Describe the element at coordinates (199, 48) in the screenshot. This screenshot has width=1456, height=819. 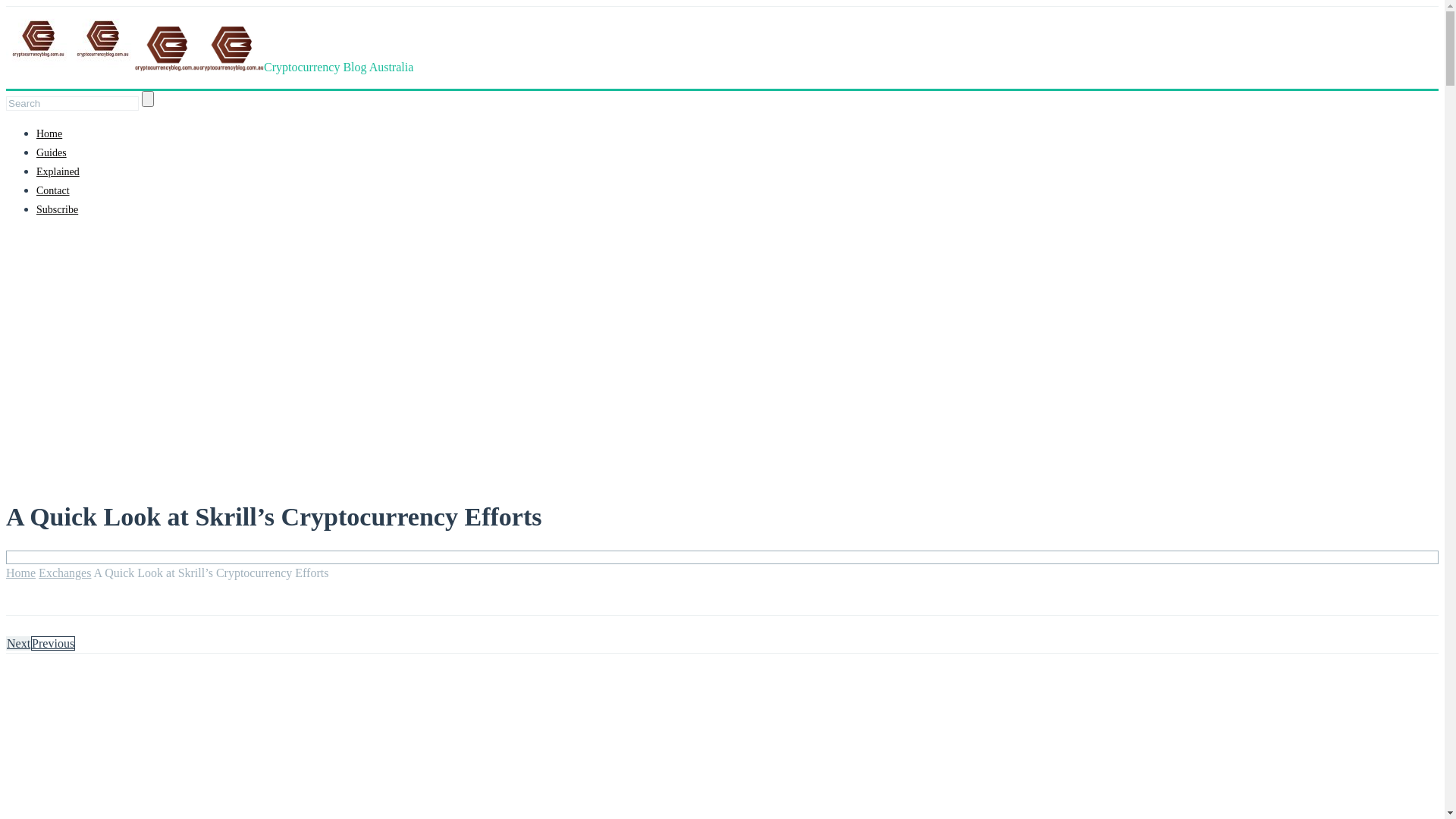
I see `'Cryptocurrency Blog Australia'` at that location.